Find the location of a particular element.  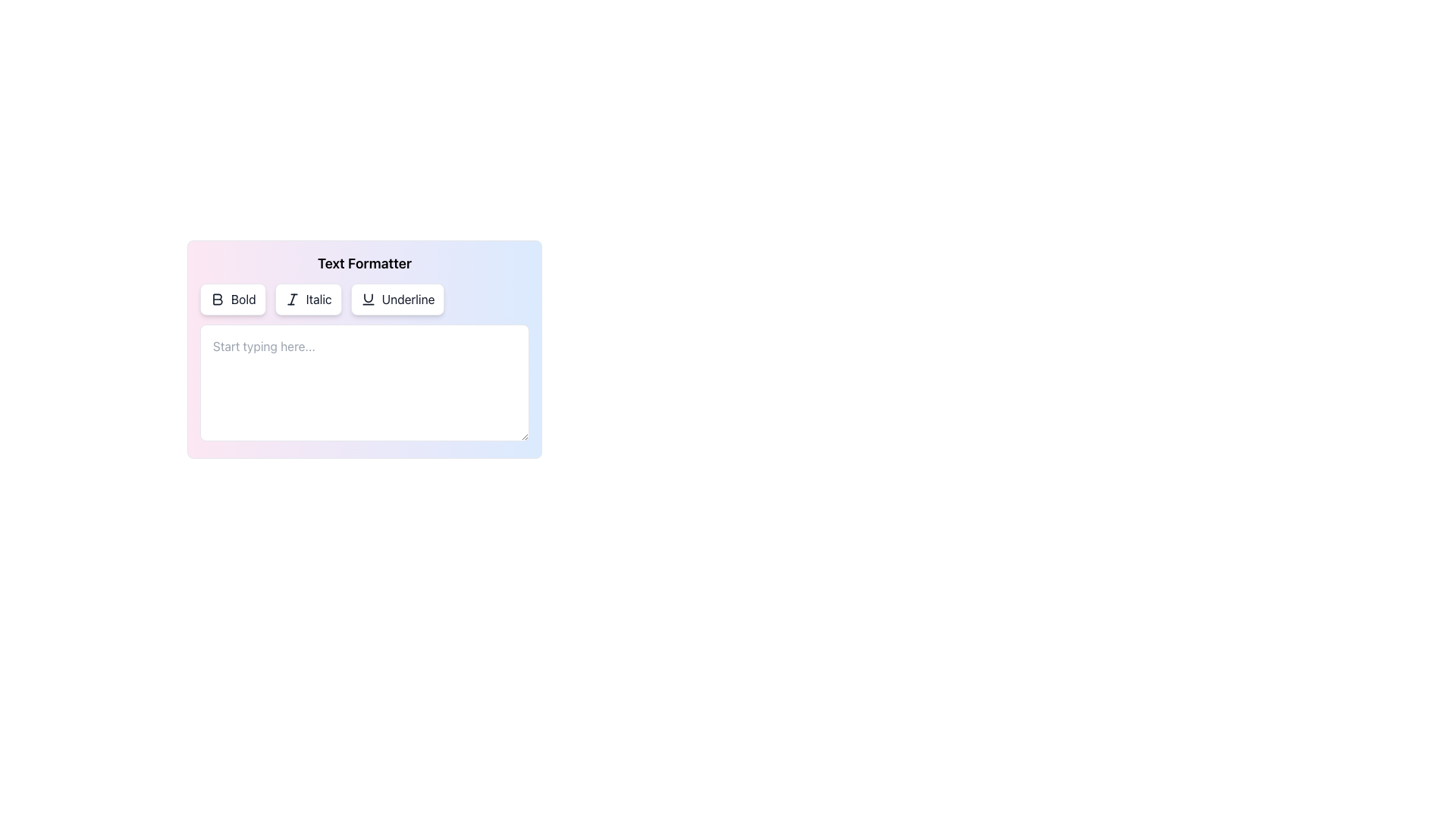

the Underline button in the text formatting button group located below the 'Text Formatter' heading to apply underline formatting is located at coordinates (364, 299).